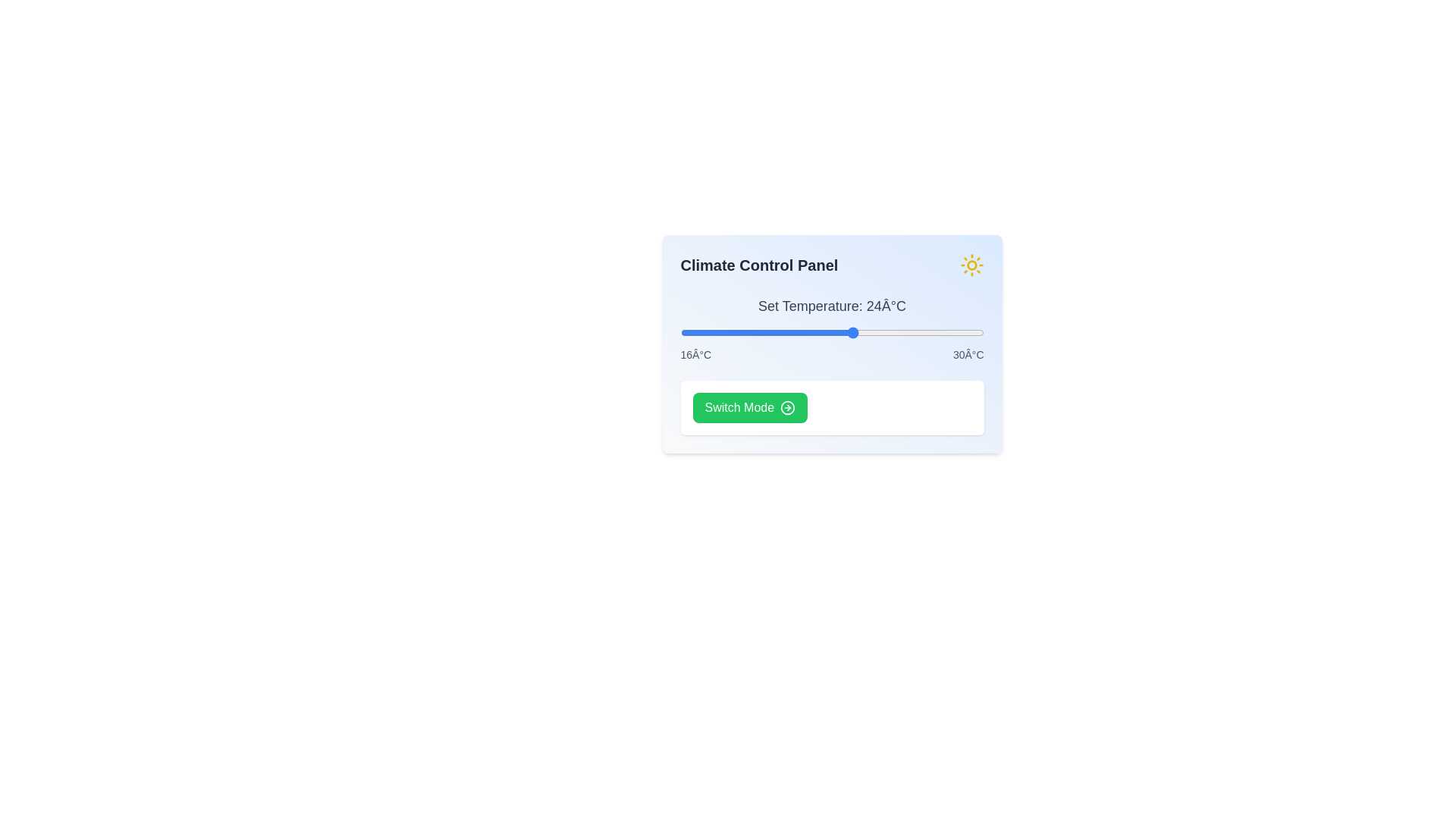  What do you see at coordinates (971, 265) in the screenshot?
I see `the circular yellow and orange sun symbol icon located in the upper right corner of the 'Climate Control Panel' interface` at bounding box center [971, 265].